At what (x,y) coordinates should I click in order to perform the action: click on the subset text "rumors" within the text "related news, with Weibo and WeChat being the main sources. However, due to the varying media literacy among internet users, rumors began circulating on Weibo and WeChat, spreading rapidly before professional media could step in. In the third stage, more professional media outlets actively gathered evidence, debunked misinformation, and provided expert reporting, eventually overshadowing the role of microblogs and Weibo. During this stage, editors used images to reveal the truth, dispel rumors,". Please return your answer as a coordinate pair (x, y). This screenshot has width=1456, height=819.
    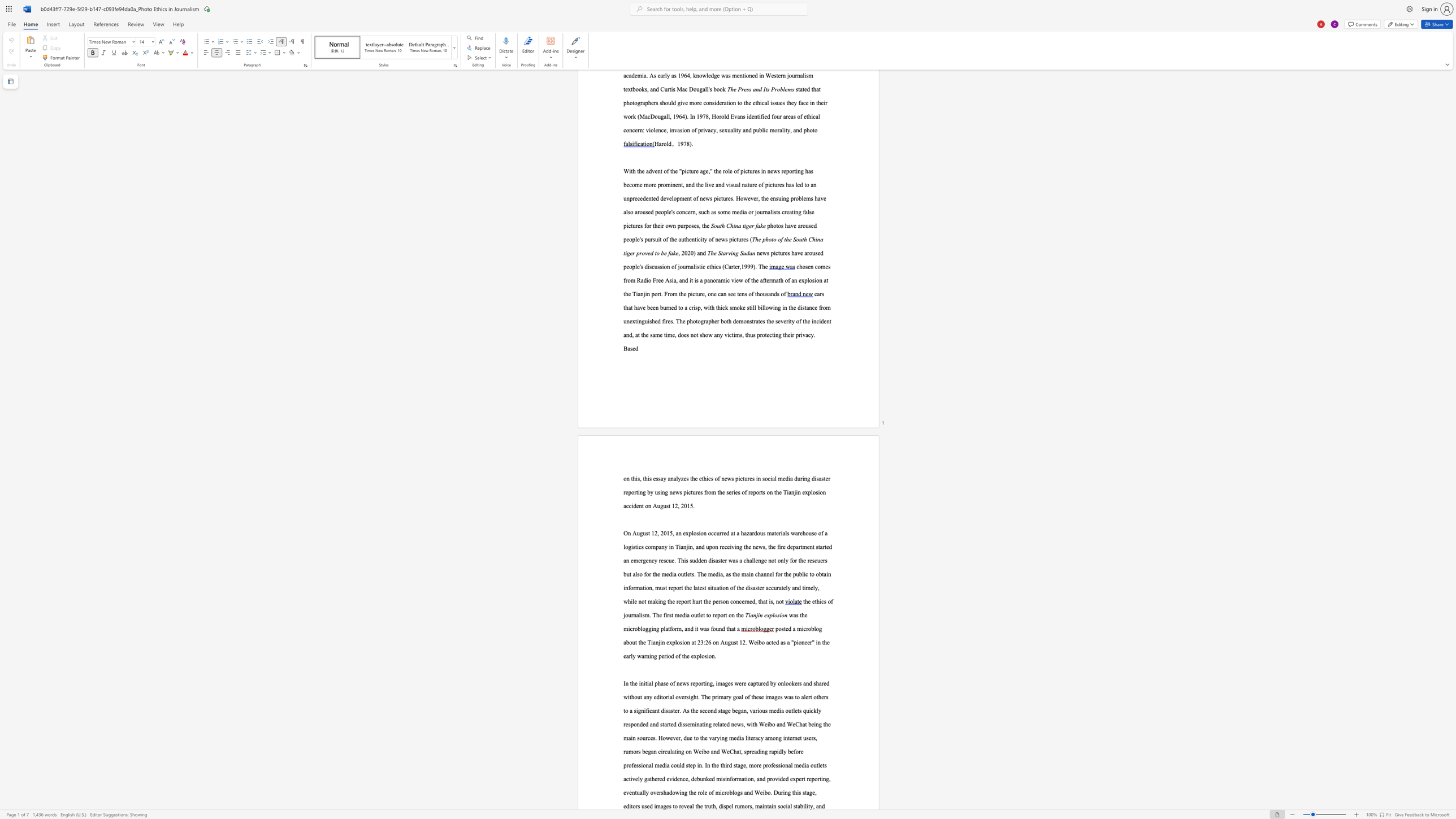
    Looking at the image, I should click on (735, 806).